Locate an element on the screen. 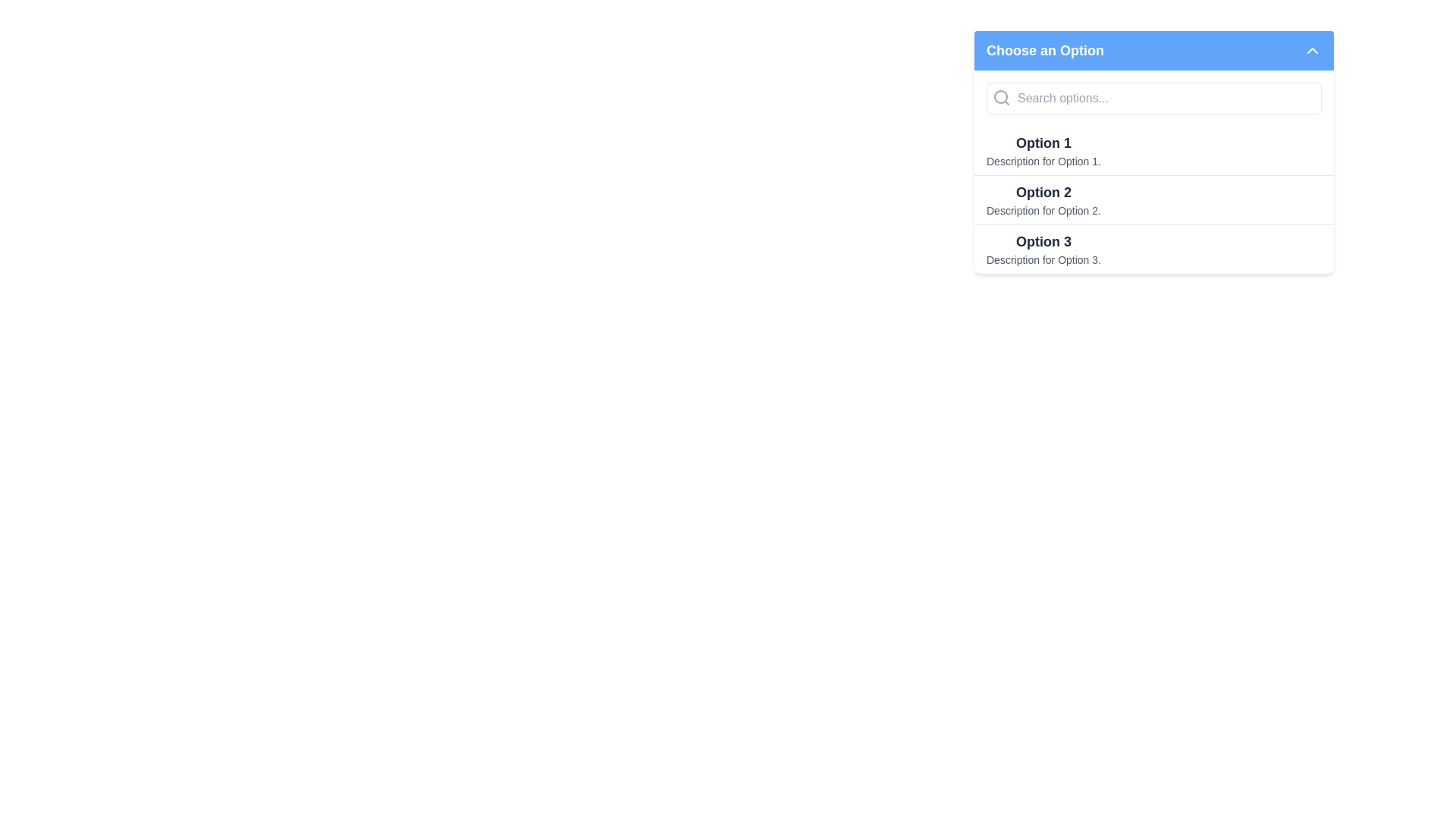 Image resolution: width=1456 pixels, height=819 pixels. the static text label that reads 'Description for Option 2.' located beneath 'Option 2' in the dropdown menu is located at coordinates (1043, 210).